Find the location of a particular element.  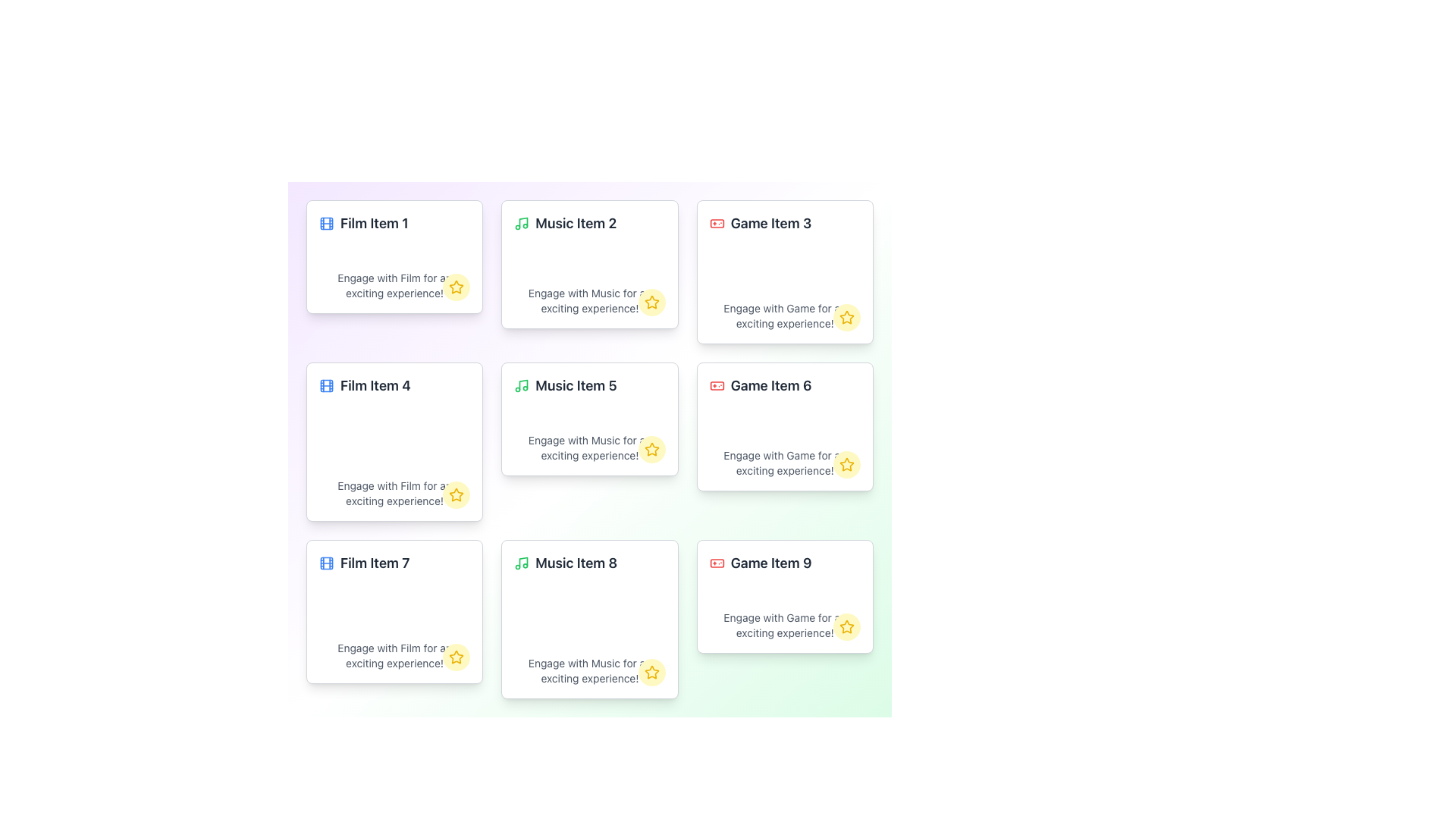

the star icon button located at the bottom-right corner of the 'Game Item 3' card to mark it as a favorite is located at coordinates (846, 317).